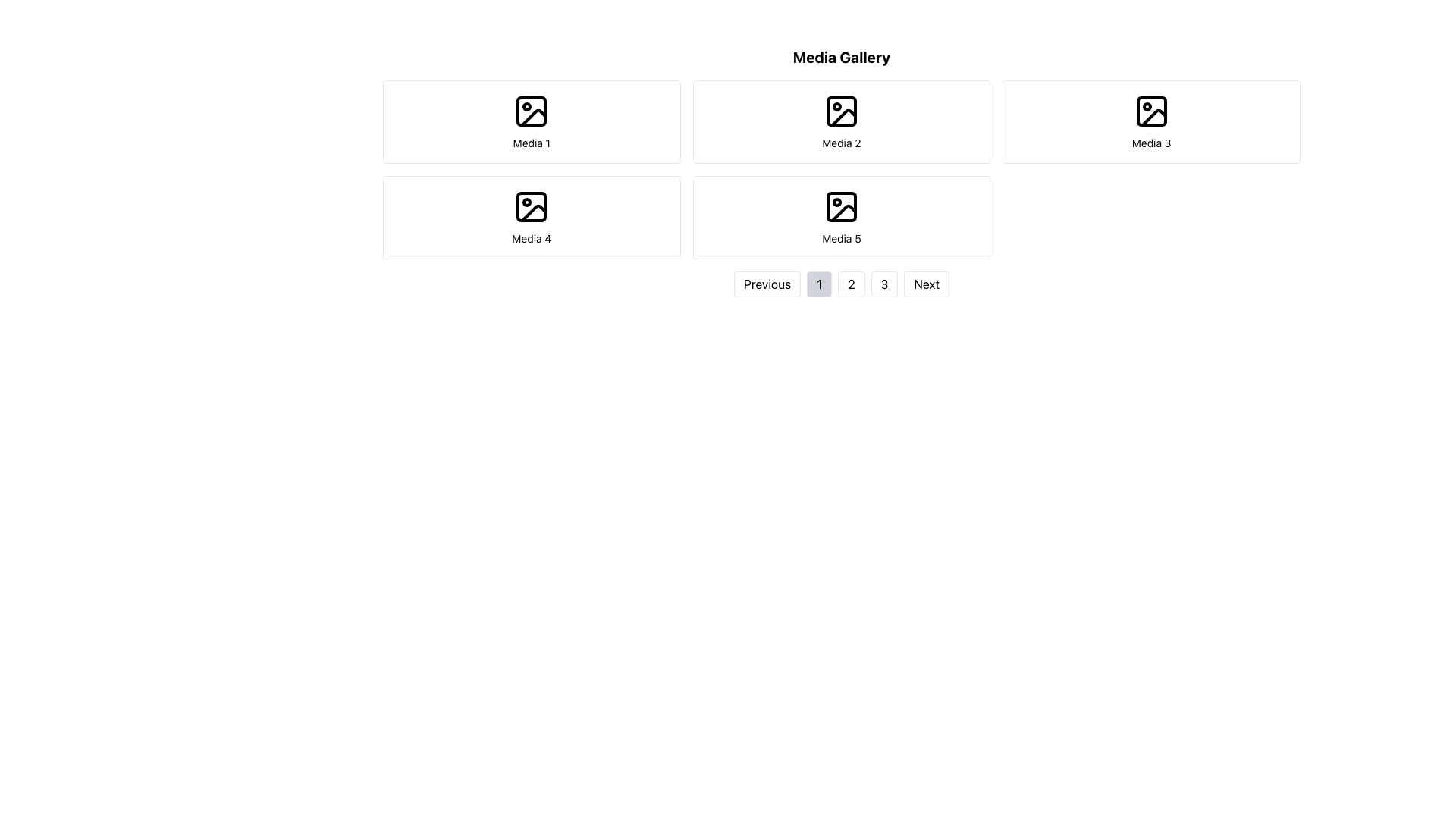 The width and height of the screenshot is (1456, 819). What do you see at coordinates (532, 110) in the screenshot?
I see `the icon representing the image or placeholder for graphical media located at the center of the top-left card labeled 'Media 1' in the media grid` at bounding box center [532, 110].